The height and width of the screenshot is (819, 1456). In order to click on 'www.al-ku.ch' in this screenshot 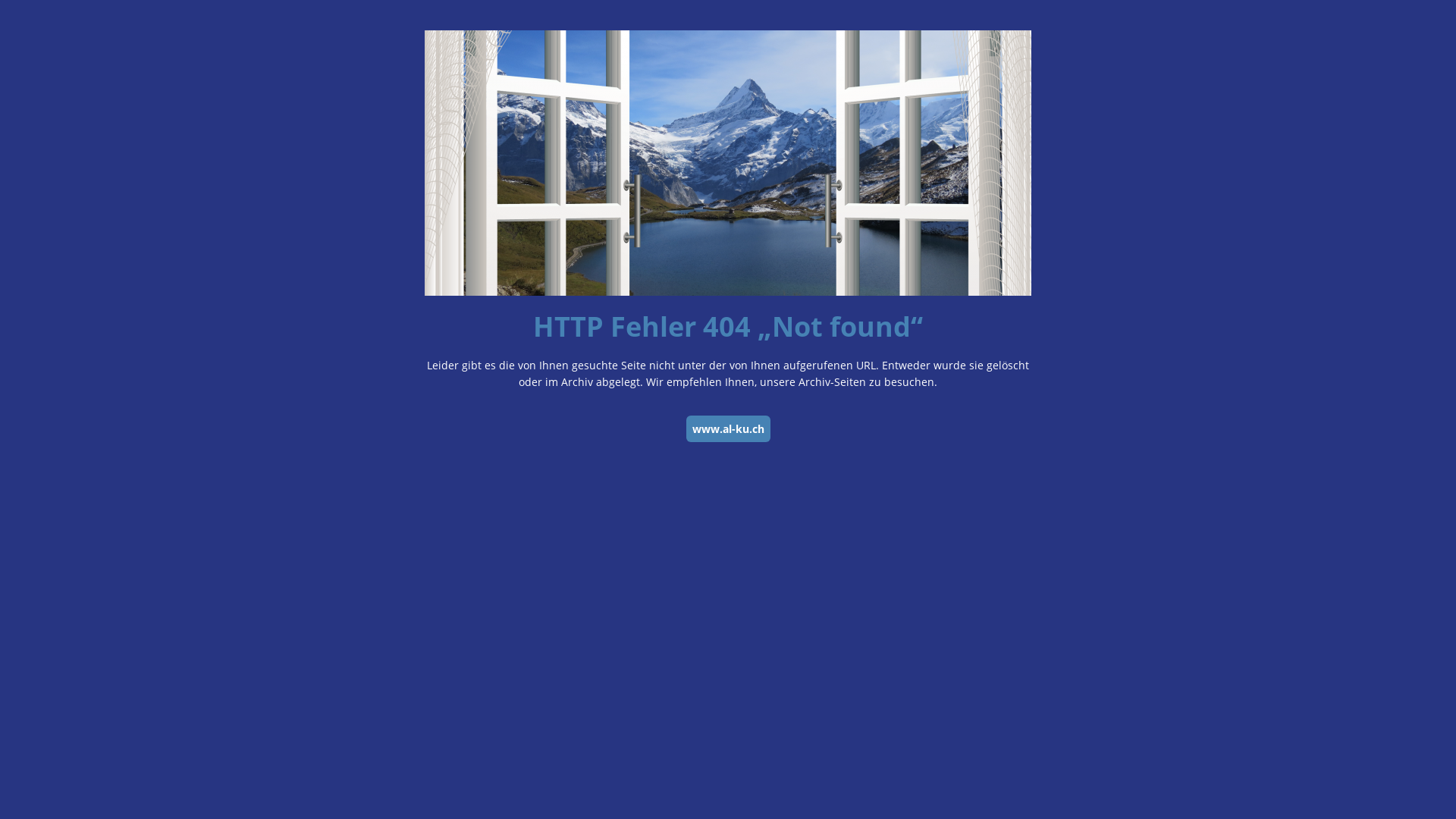, I will do `click(684, 428)`.